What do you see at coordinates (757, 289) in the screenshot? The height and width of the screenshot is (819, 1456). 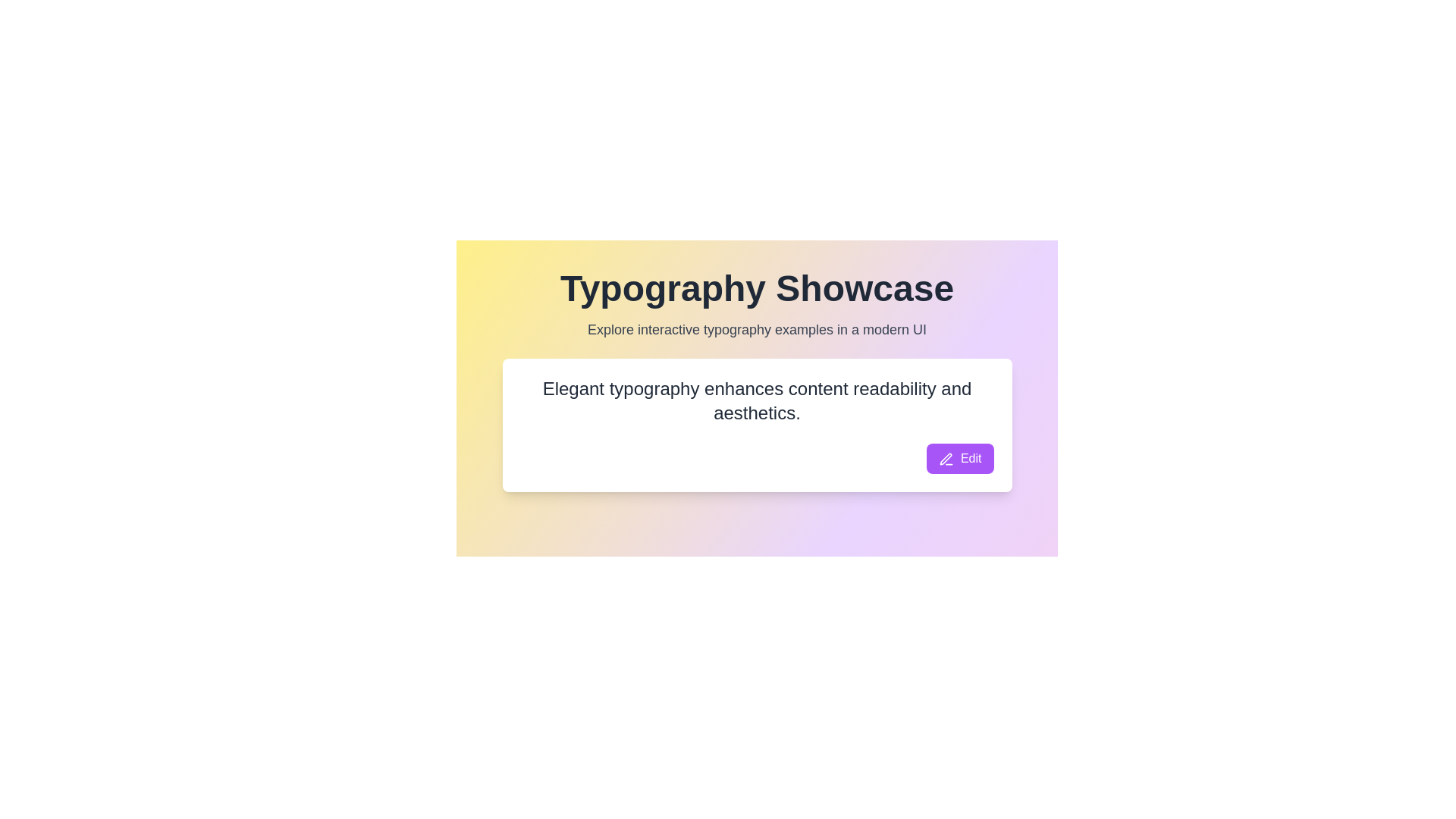 I see `the 'Typography Showcase' text display, which is a large, bold text element located at the top center of the interface` at bounding box center [757, 289].